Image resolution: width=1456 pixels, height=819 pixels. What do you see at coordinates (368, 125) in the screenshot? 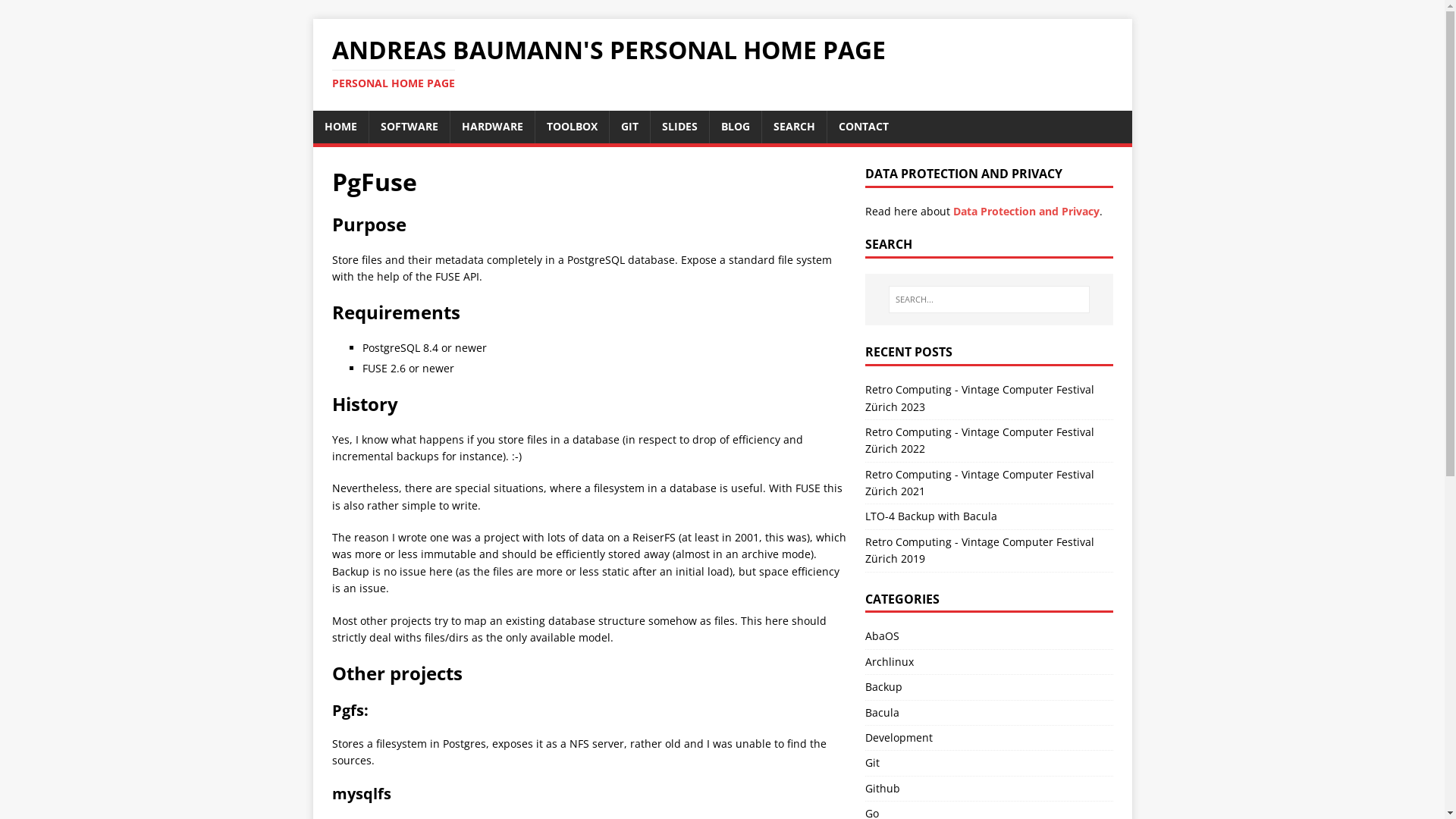
I see `'SOFTWARE'` at bounding box center [368, 125].